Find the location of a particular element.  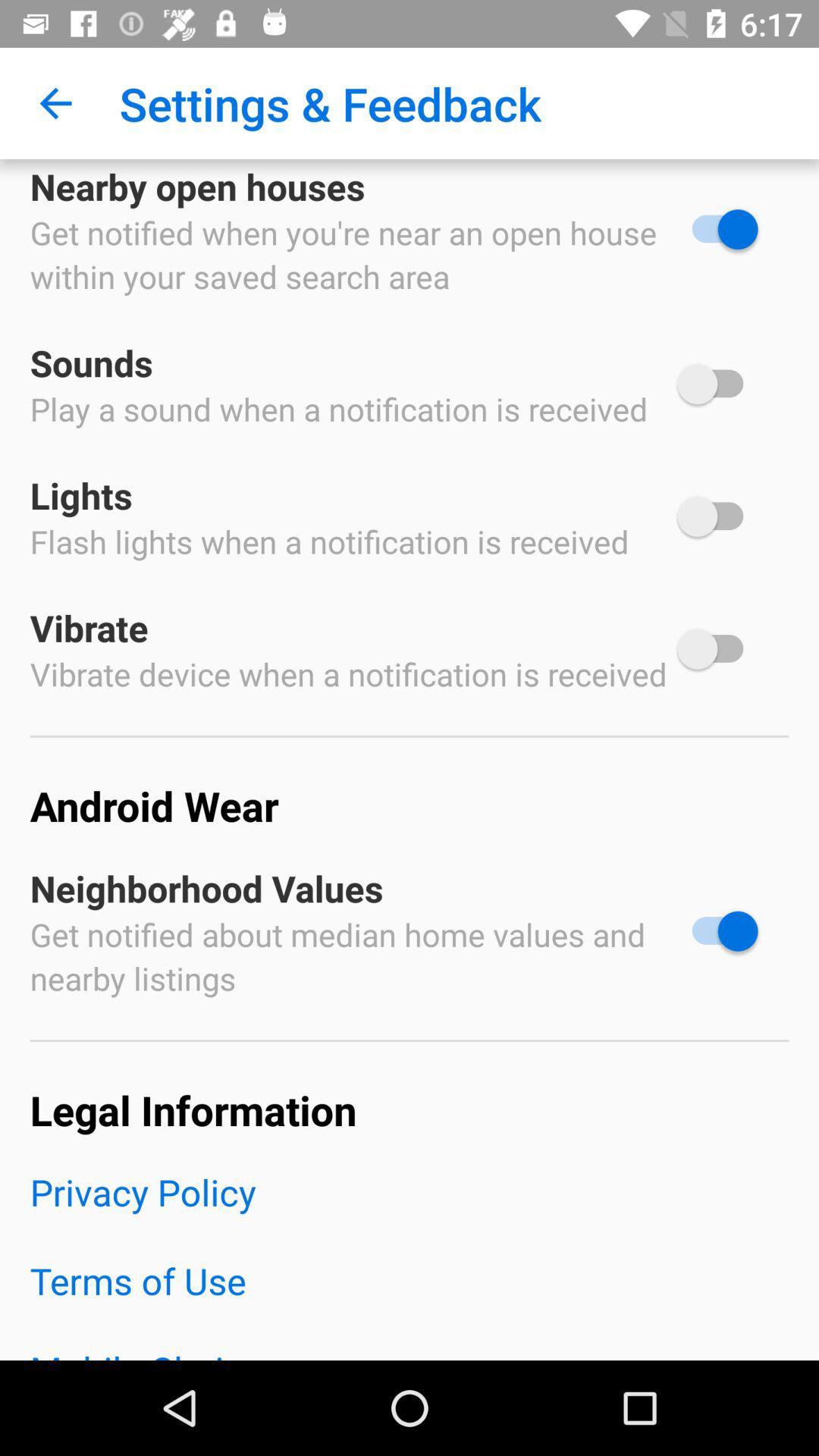

the terms of use is located at coordinates (409, 1300).